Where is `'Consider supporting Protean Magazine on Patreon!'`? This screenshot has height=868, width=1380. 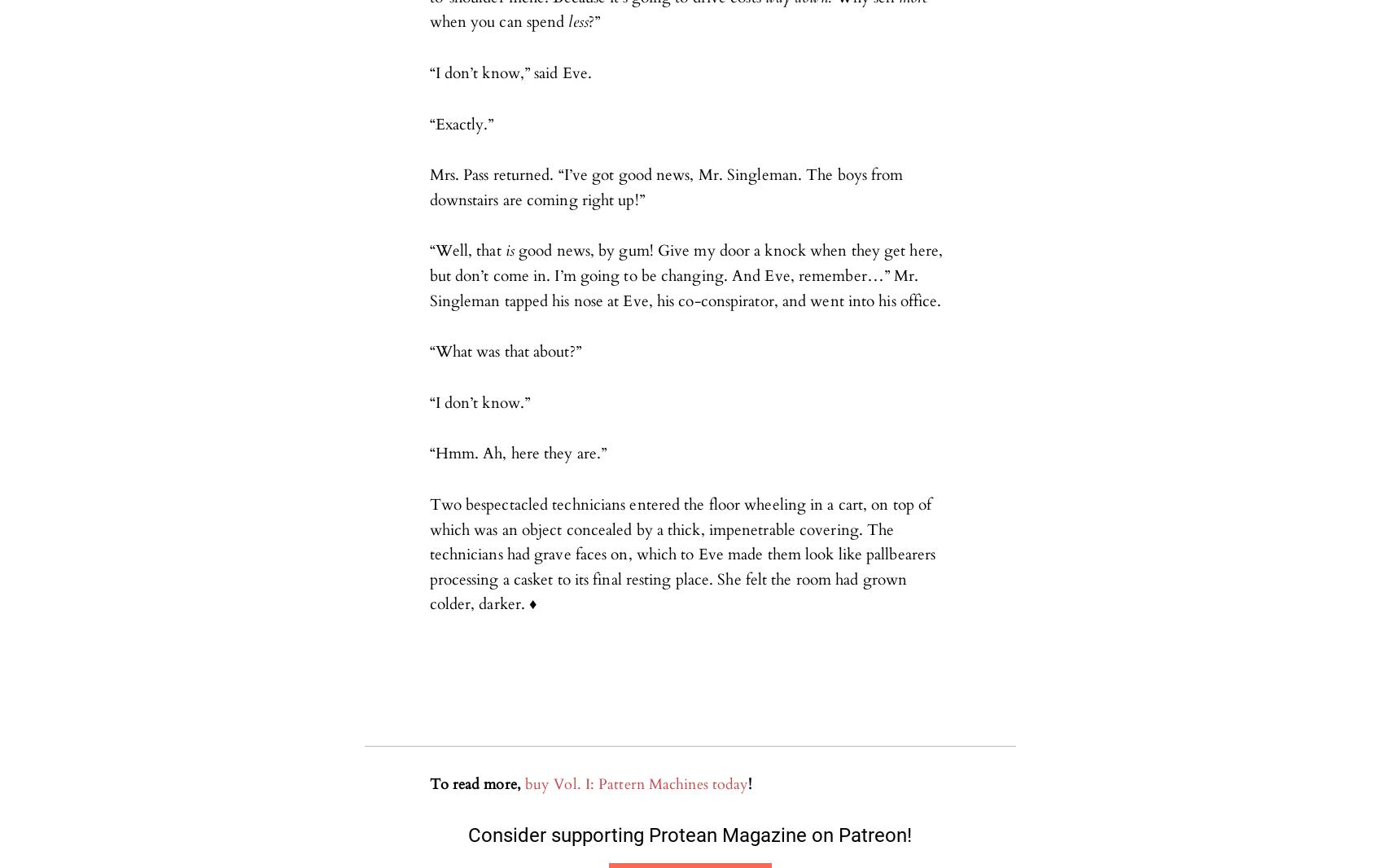
'Consider supporting Protean Magazine on Patreon!' is located at coordinates (690, 834).